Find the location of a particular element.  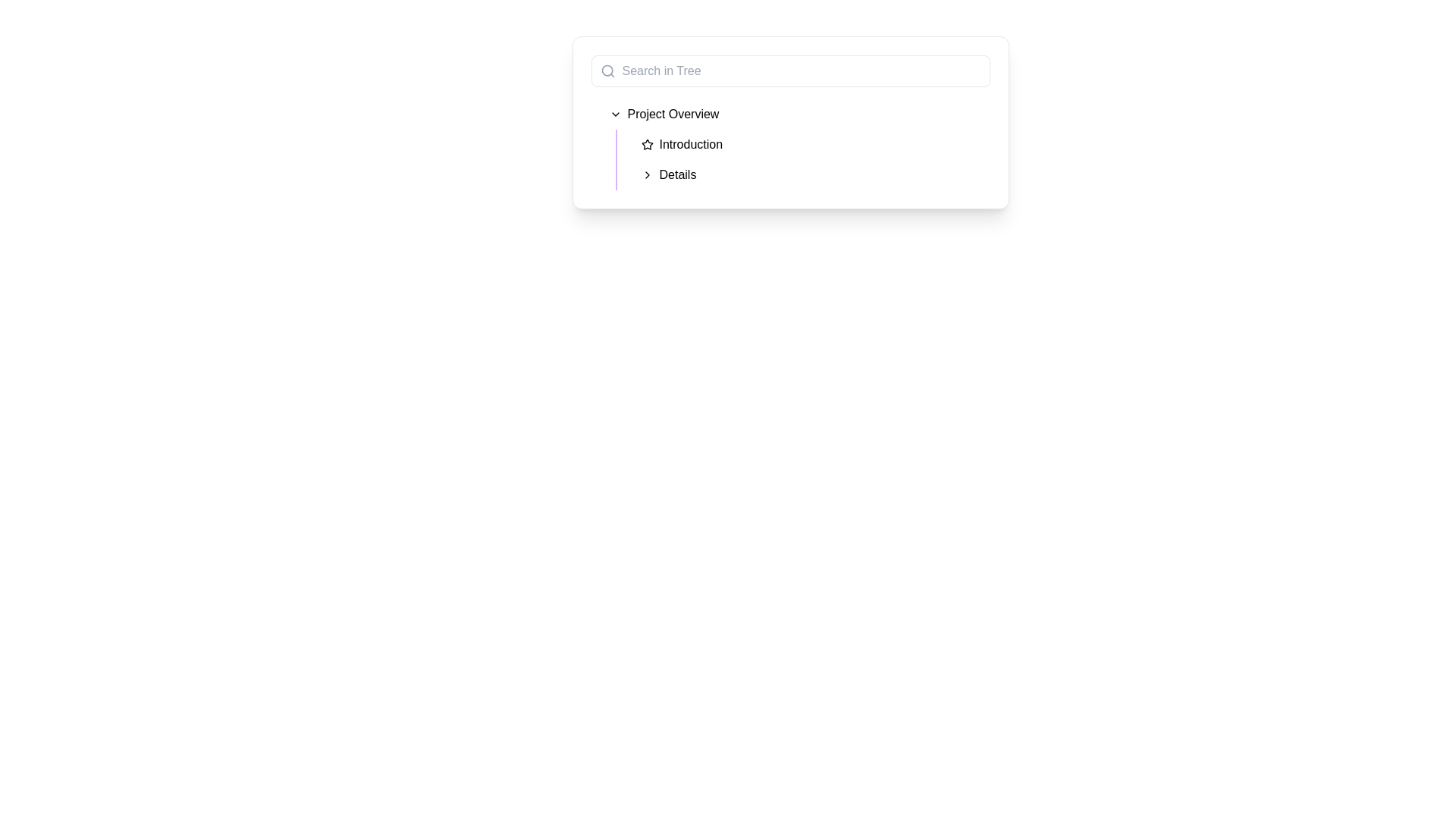

the search bar labeled 'Search in Tree' on the white card is located at coordinates (789, 122).